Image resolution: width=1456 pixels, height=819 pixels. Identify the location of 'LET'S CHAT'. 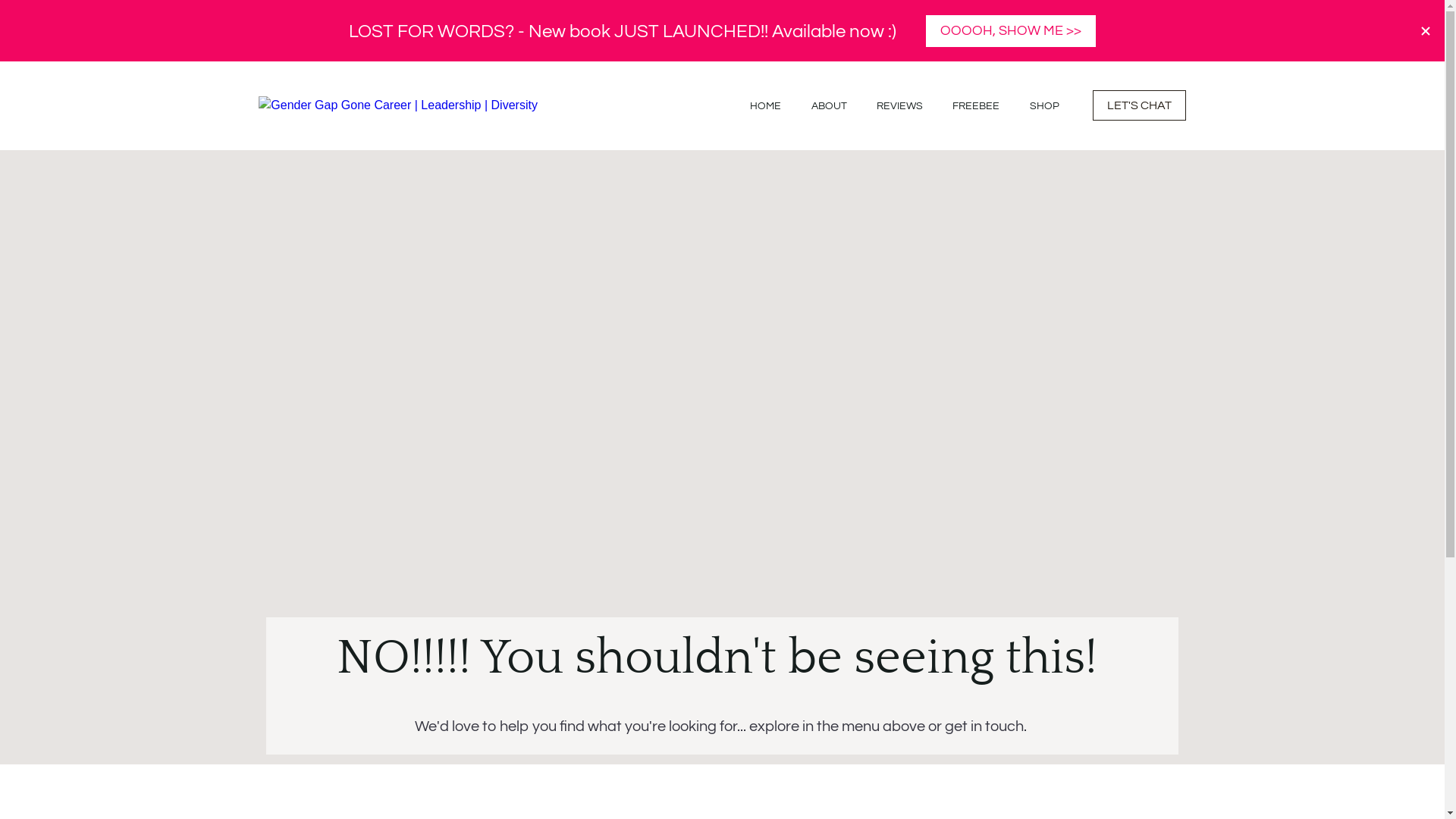
(1092, 104).